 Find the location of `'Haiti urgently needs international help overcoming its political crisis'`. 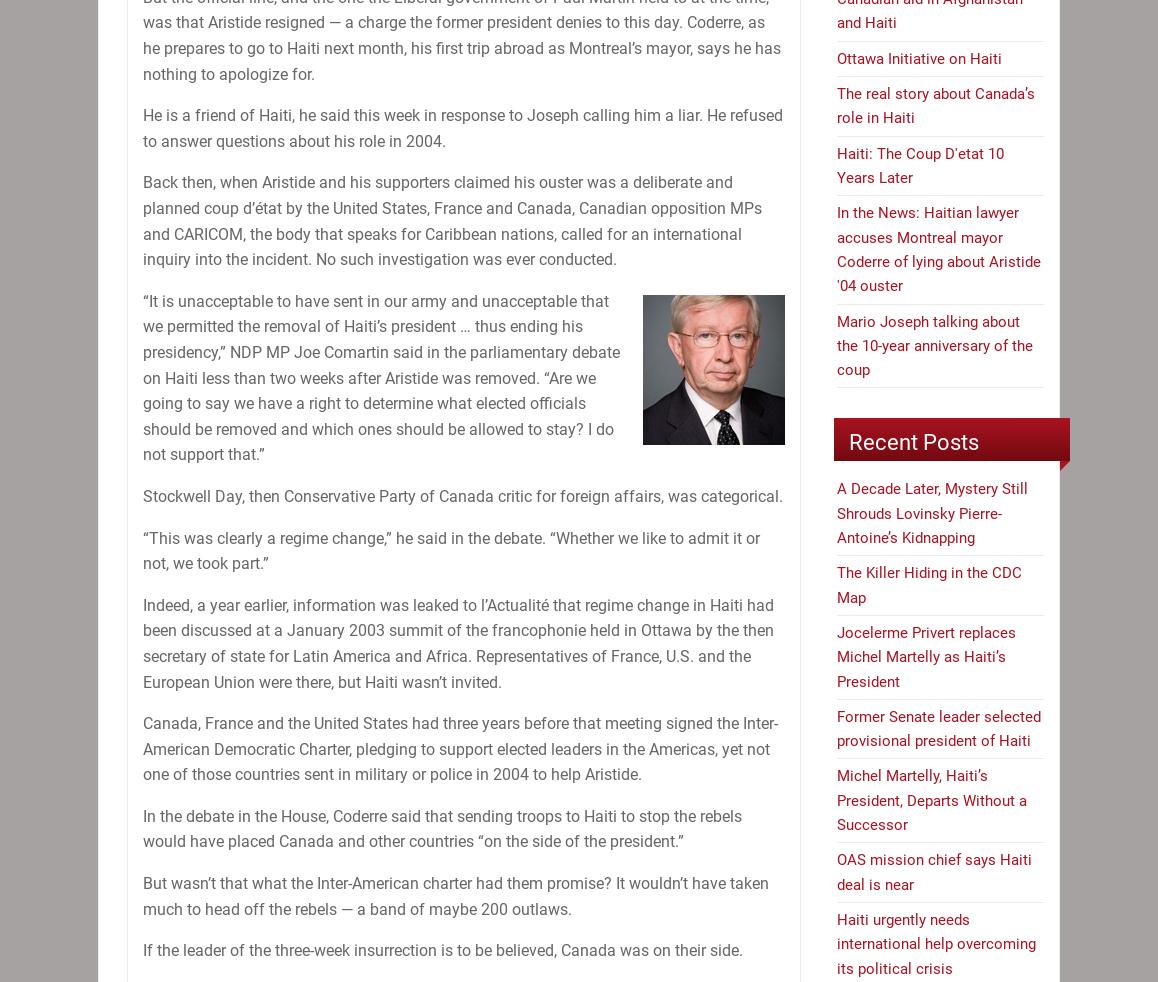

'Haiti urgently needs international help overcoming its political crisis' is located at coordinates (836, 943).